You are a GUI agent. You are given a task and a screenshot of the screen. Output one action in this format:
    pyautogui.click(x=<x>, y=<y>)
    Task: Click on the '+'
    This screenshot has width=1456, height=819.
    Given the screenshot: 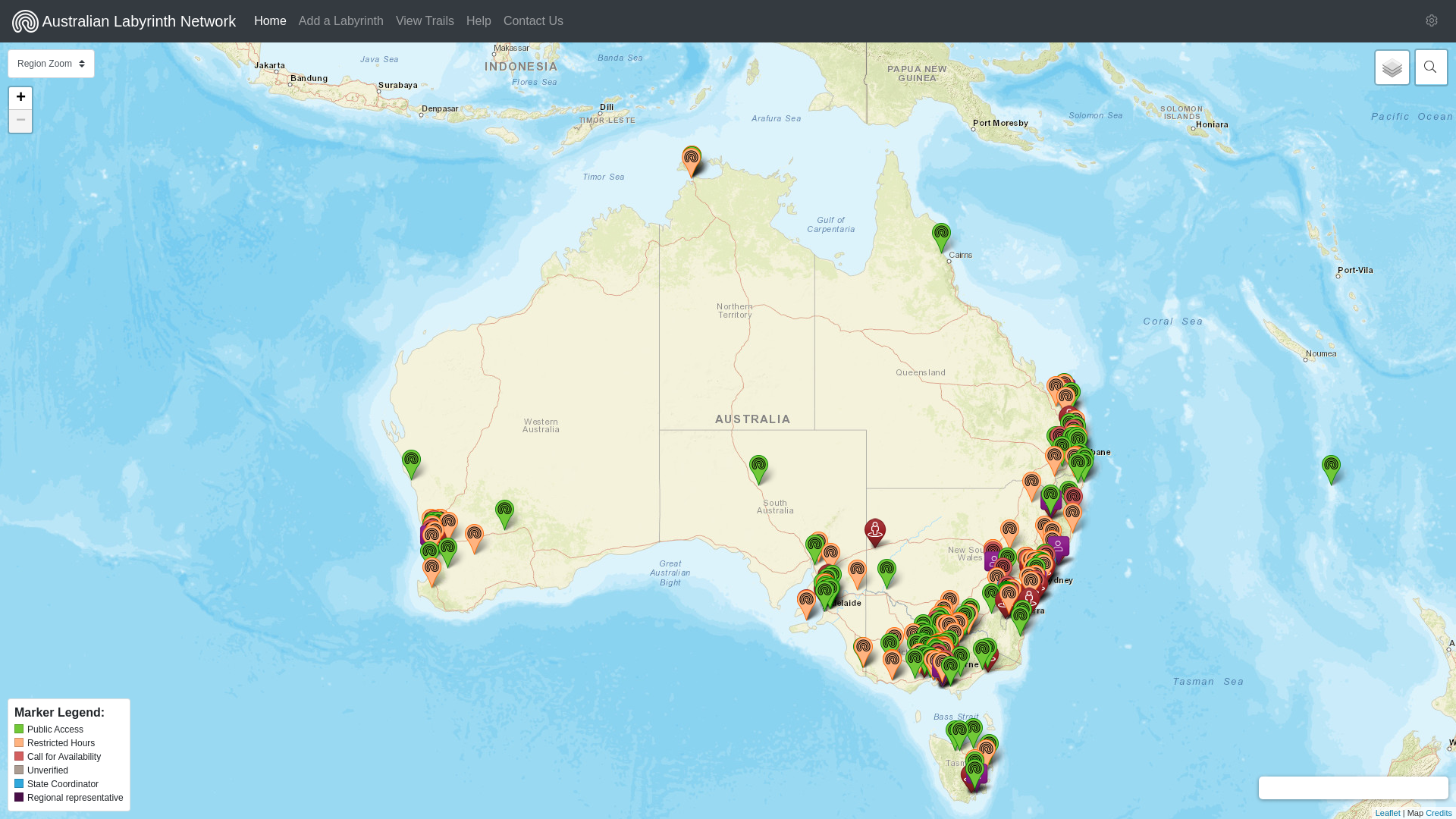 What is the action you would take?
    pyautogui.click(x=20, y=99)
    